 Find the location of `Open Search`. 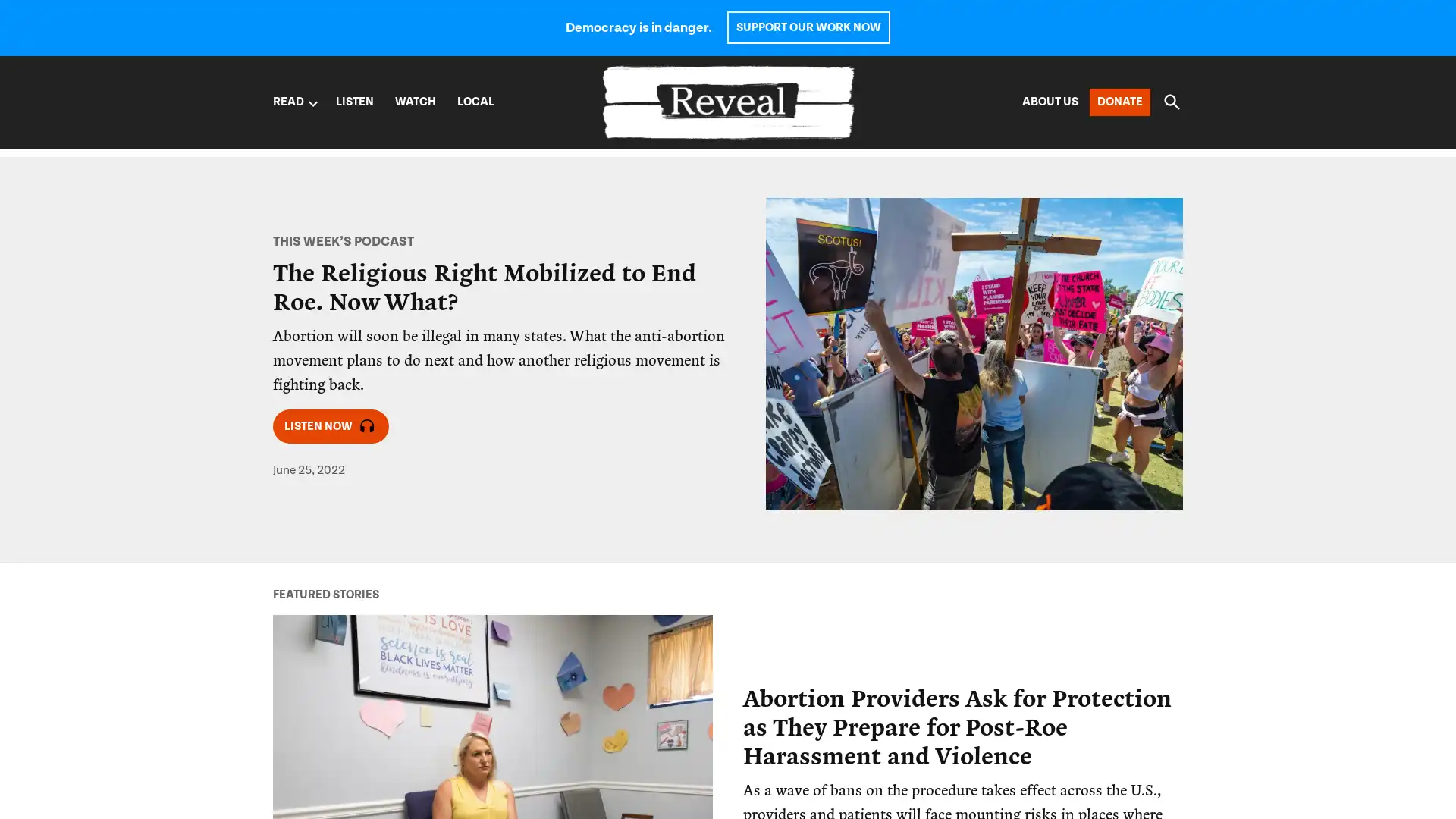

Open Search is located at coordinates (1171, 102).